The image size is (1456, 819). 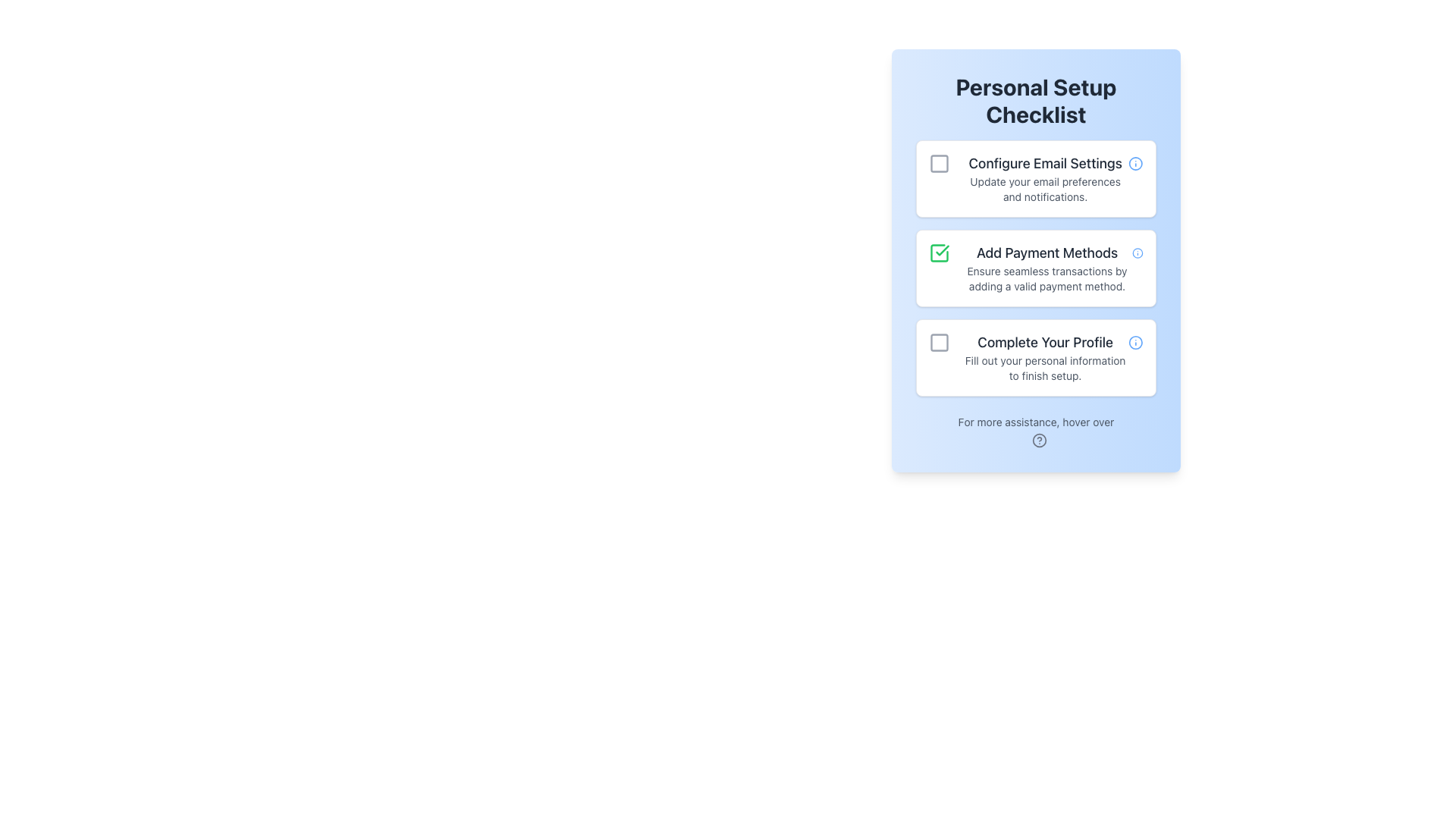 What do you see at coordinates (1035, 422) in the screenshot?
I see `the instructional text located at the bottom center of the 'Personal Setup Checklist' card, which guides users to the question mark icon for more information` at bounding box center [1035, 422].